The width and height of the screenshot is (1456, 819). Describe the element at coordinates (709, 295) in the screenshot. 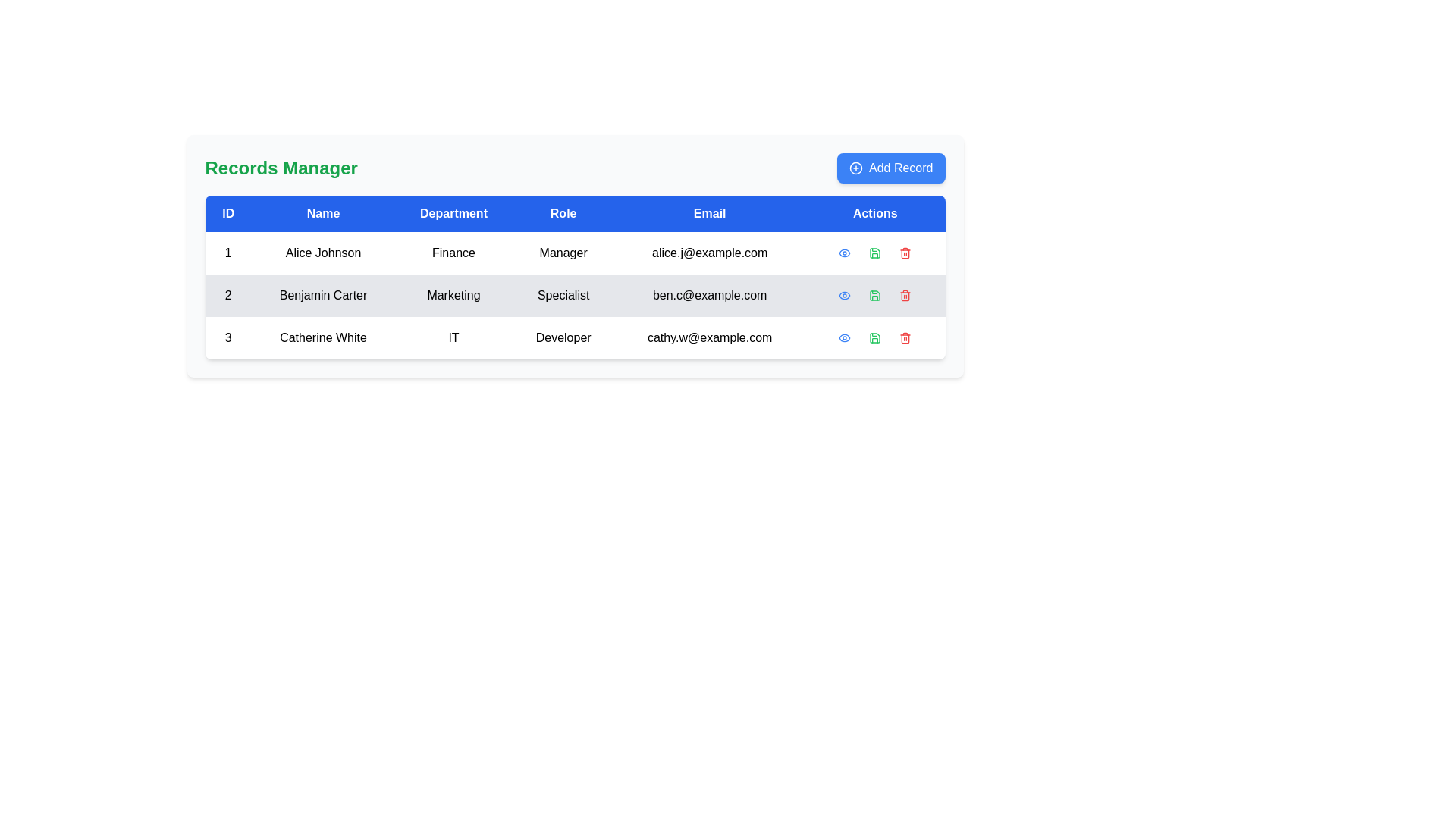

I see `the static text displaying the email address of 'Benjamin Carter' located in the fifth column of the second row of the table` at that location.